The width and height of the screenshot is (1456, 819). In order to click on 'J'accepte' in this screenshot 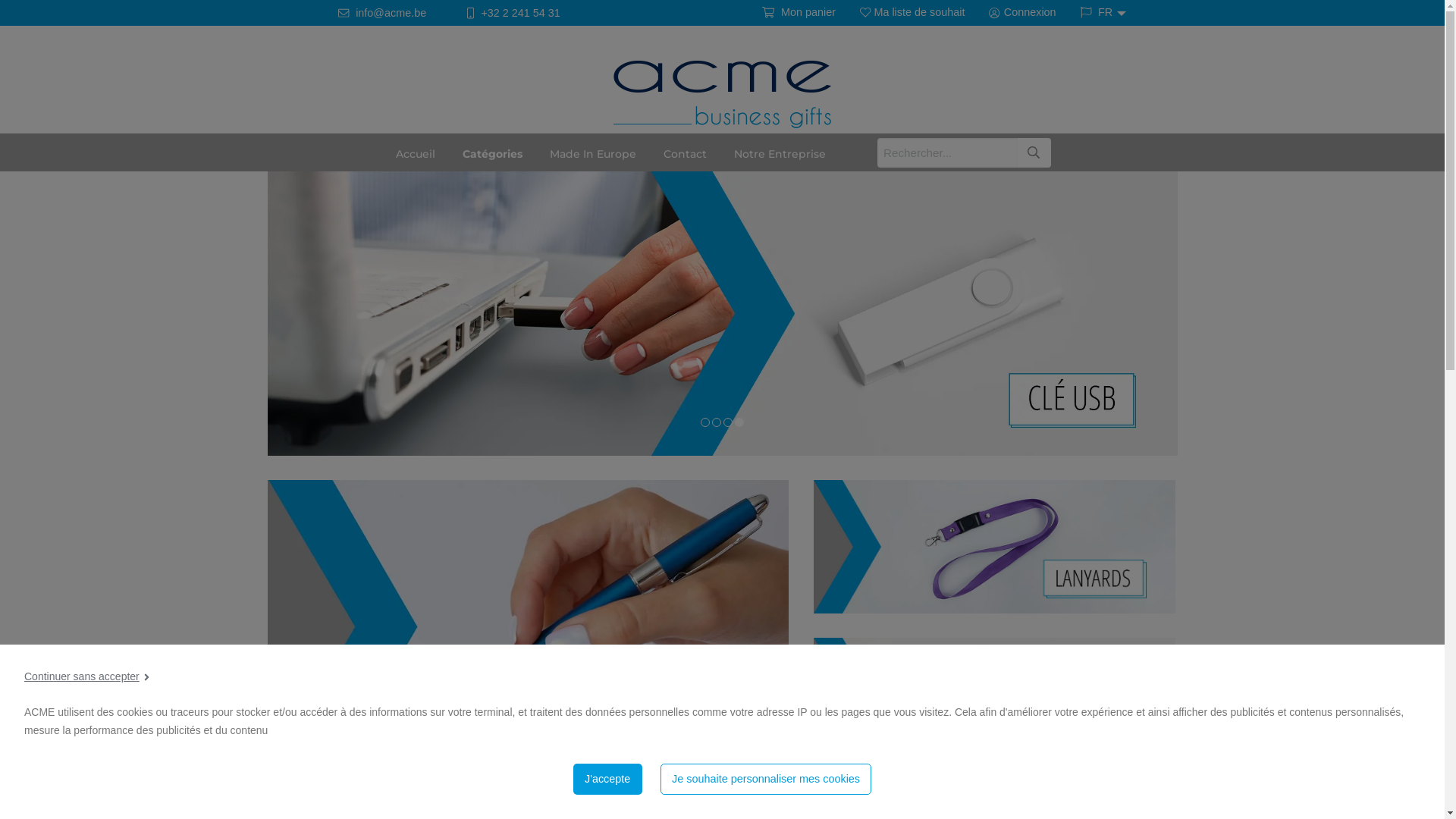, I will do `click(572, 779)`.